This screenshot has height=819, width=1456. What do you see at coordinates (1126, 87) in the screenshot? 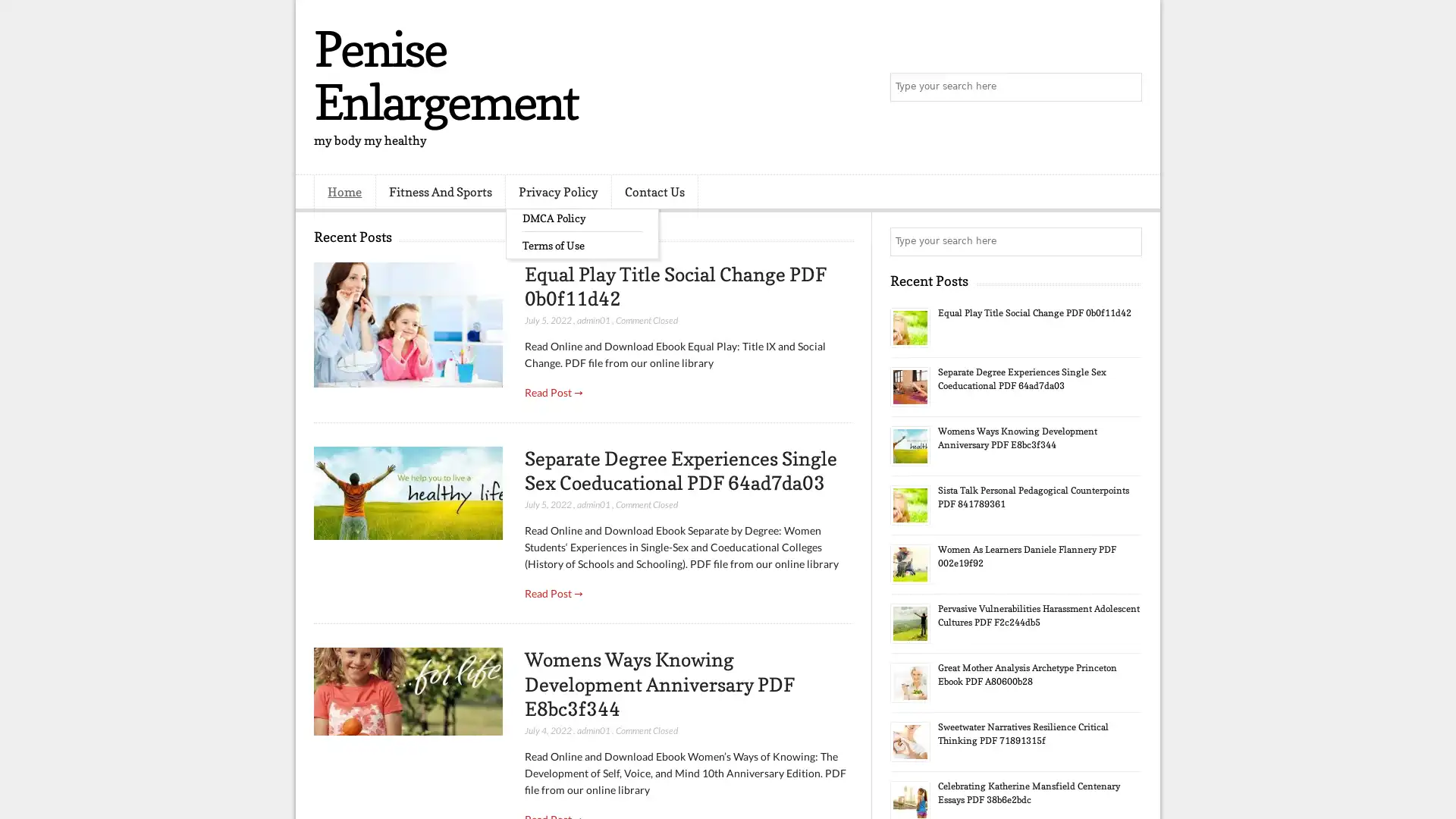
I see `Search` at bounding box center [1126, 87].